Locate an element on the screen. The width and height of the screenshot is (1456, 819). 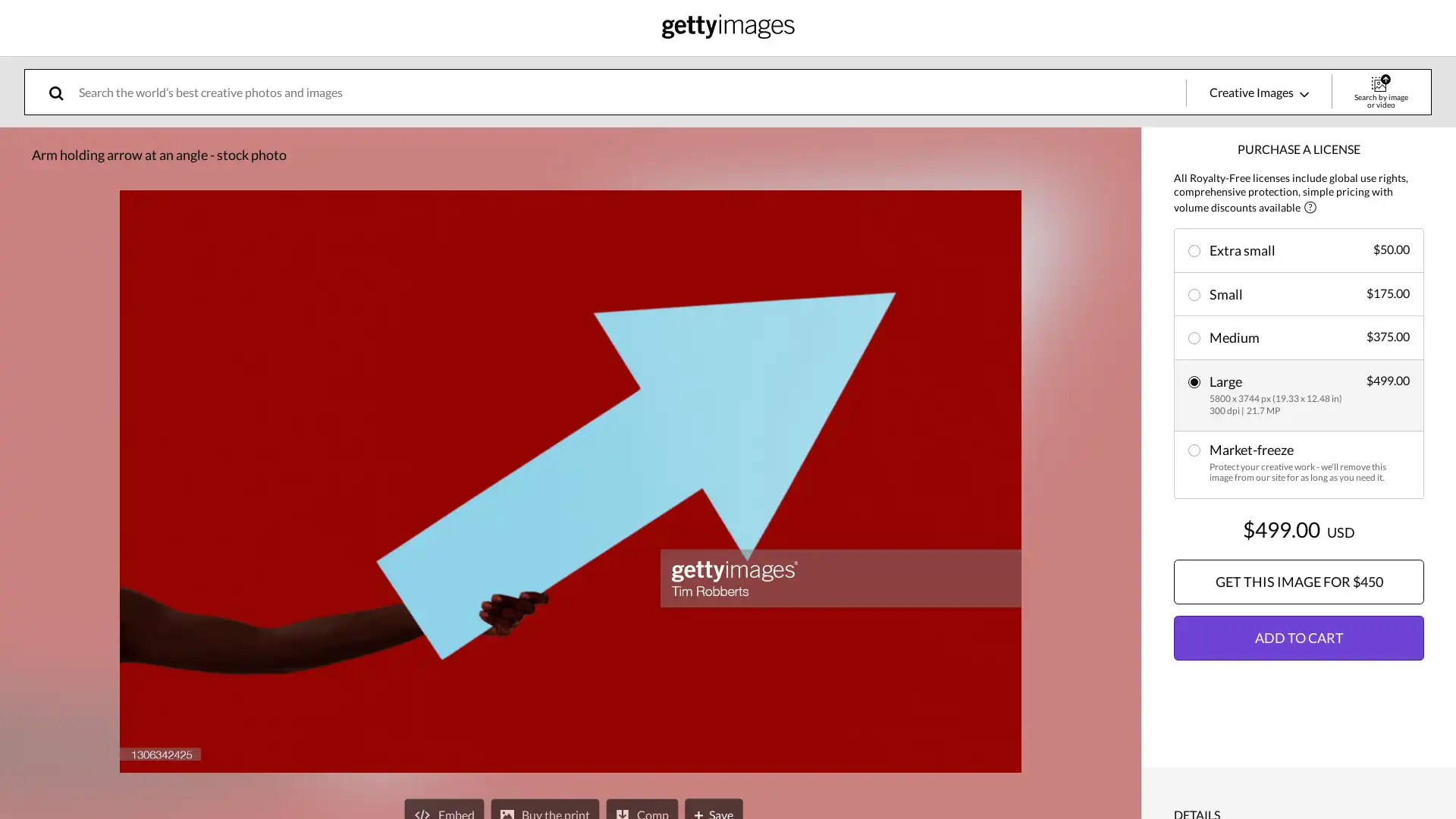
expand is located at coordinates (570, 480).